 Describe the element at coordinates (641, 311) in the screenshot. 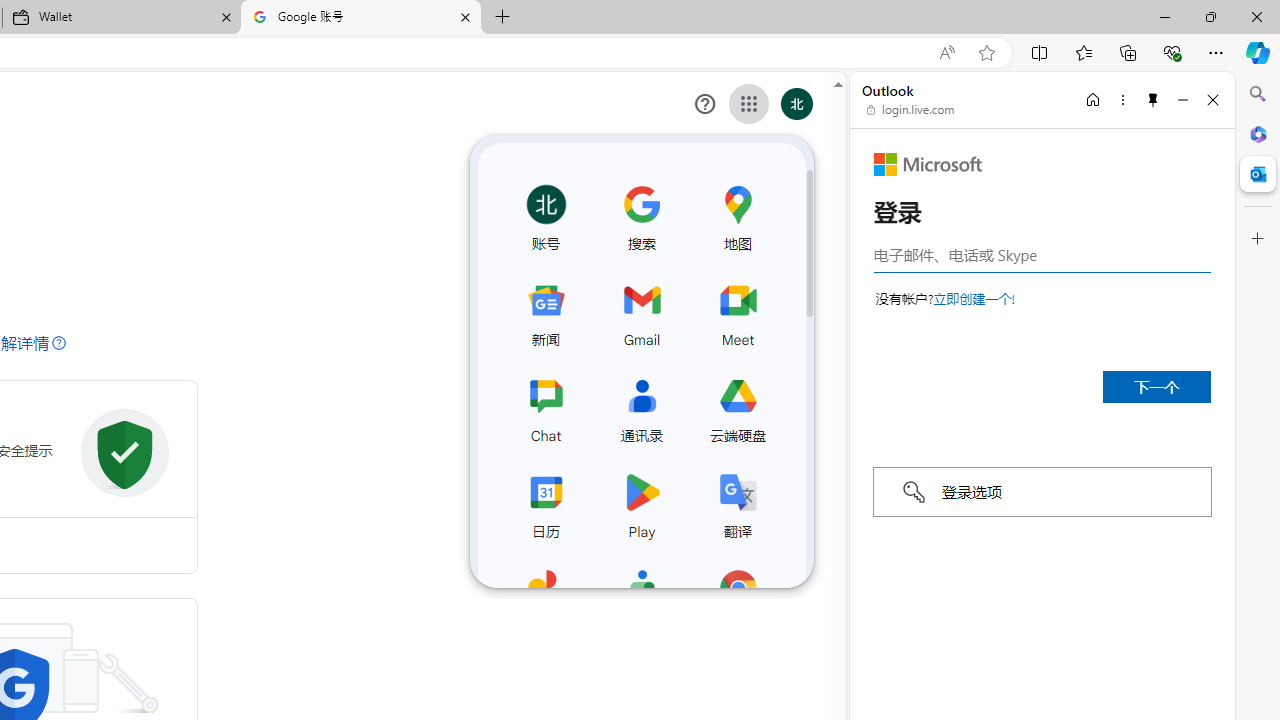

I see `'Gmail'` at that location.